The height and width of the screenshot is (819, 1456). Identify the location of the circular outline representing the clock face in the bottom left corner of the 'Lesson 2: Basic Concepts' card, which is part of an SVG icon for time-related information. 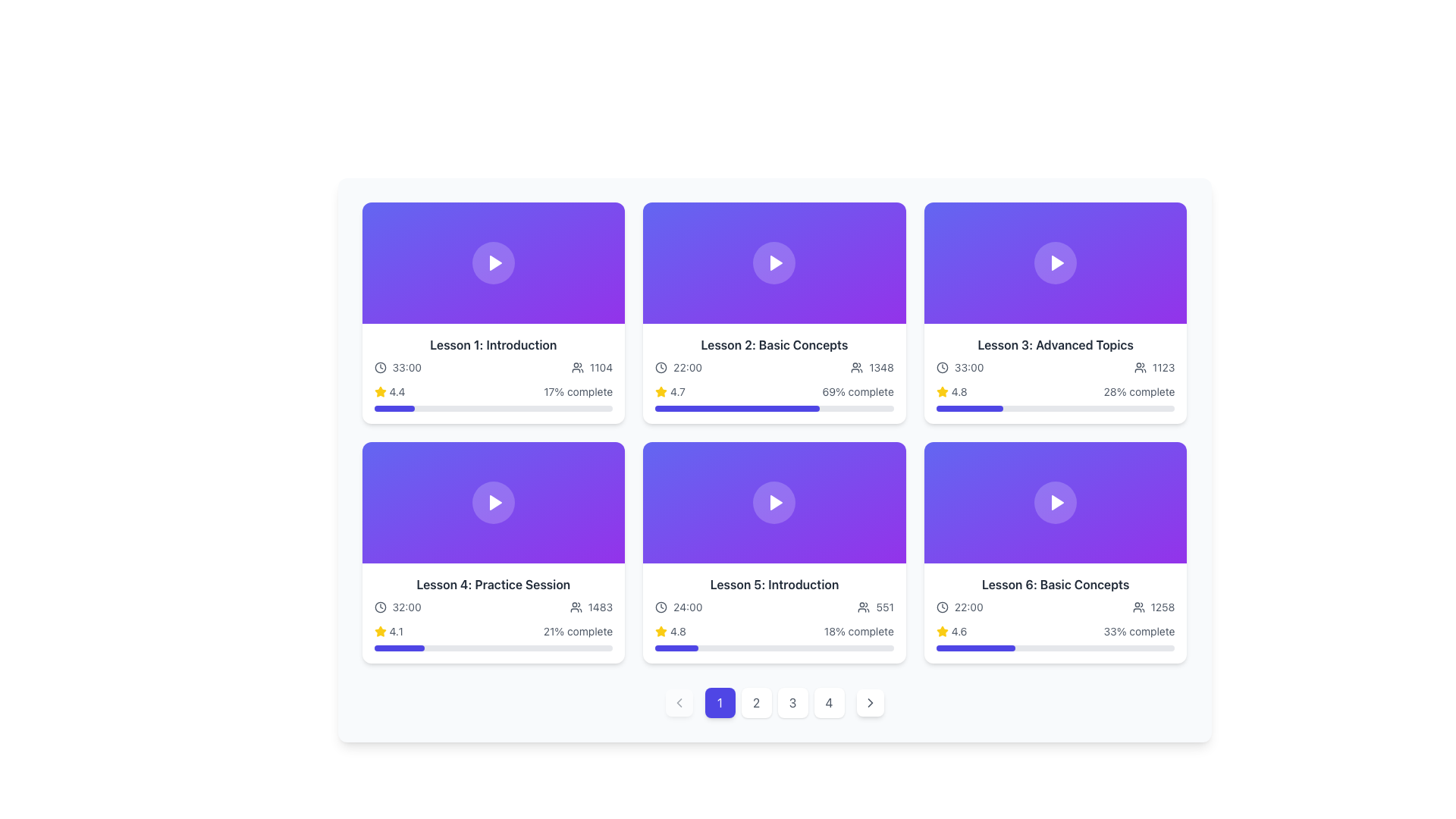
(941, 368).